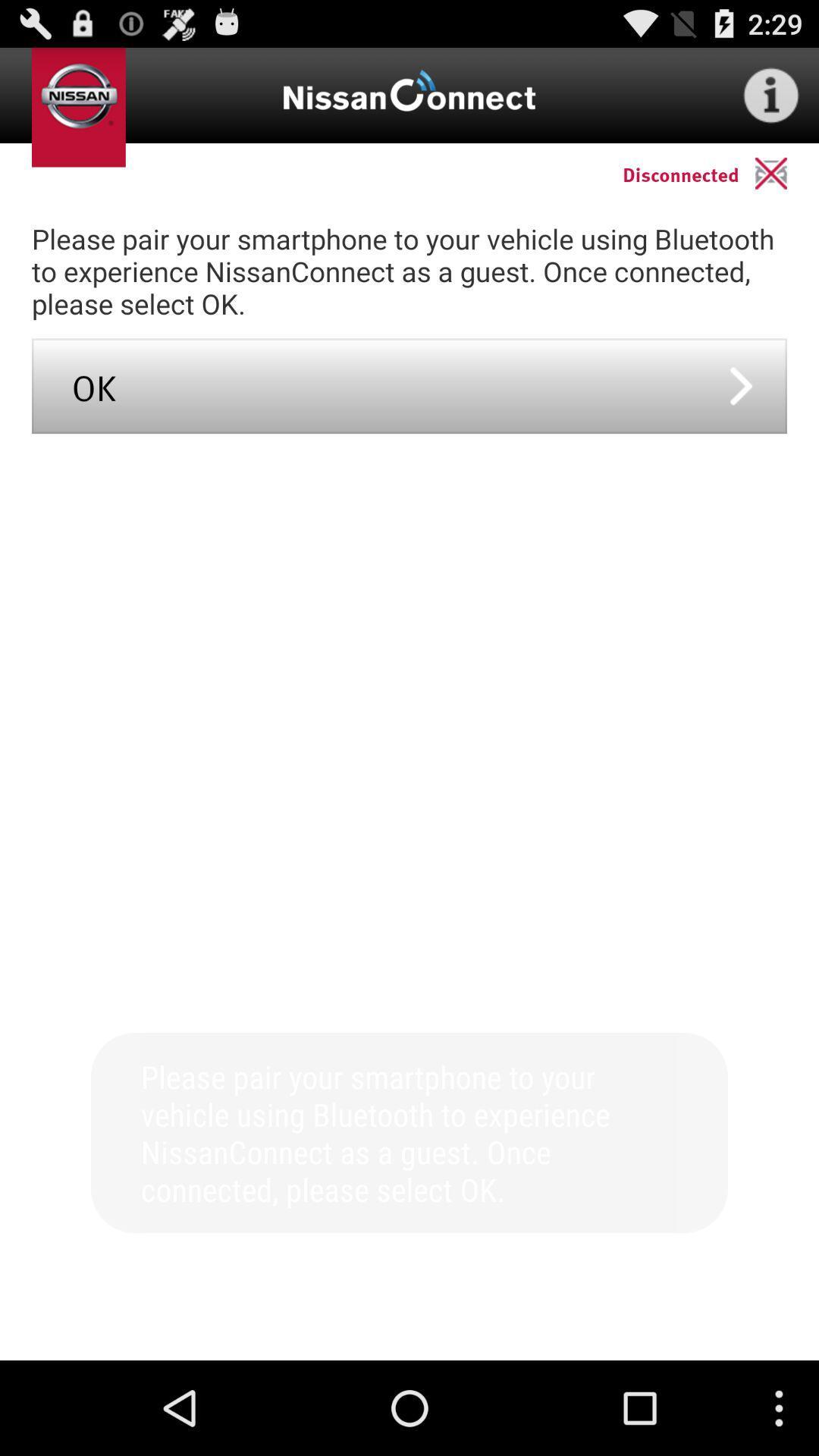 Image resolution: width=819 pixels, height=1456 pixels. Describe the element at coordinates (786, 173) in the screenshot. I see `app to the right of the disconnected icon` at that location.